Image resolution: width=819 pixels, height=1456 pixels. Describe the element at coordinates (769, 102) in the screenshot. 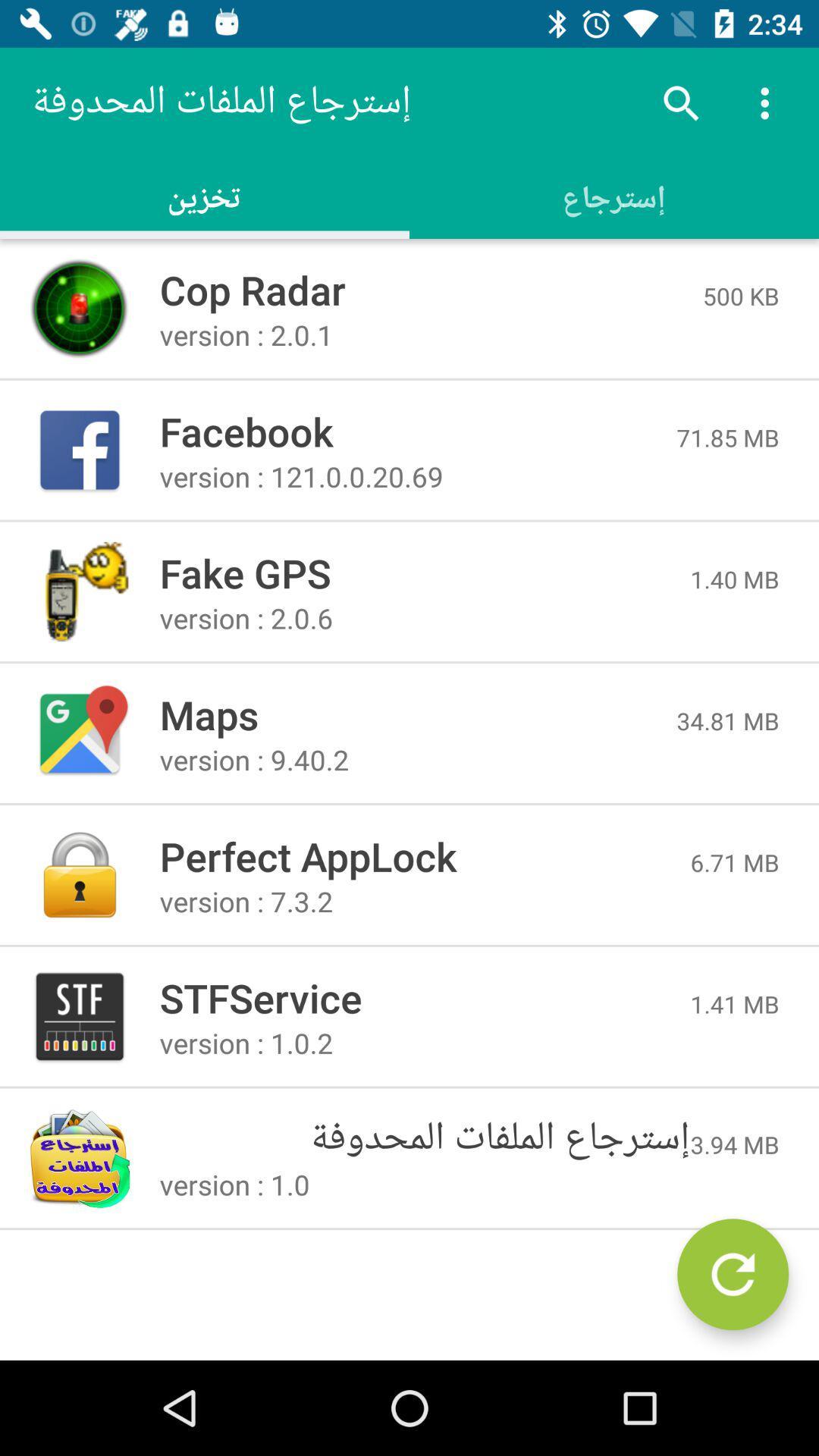

I see `the icon above 500 kb item` at that location.